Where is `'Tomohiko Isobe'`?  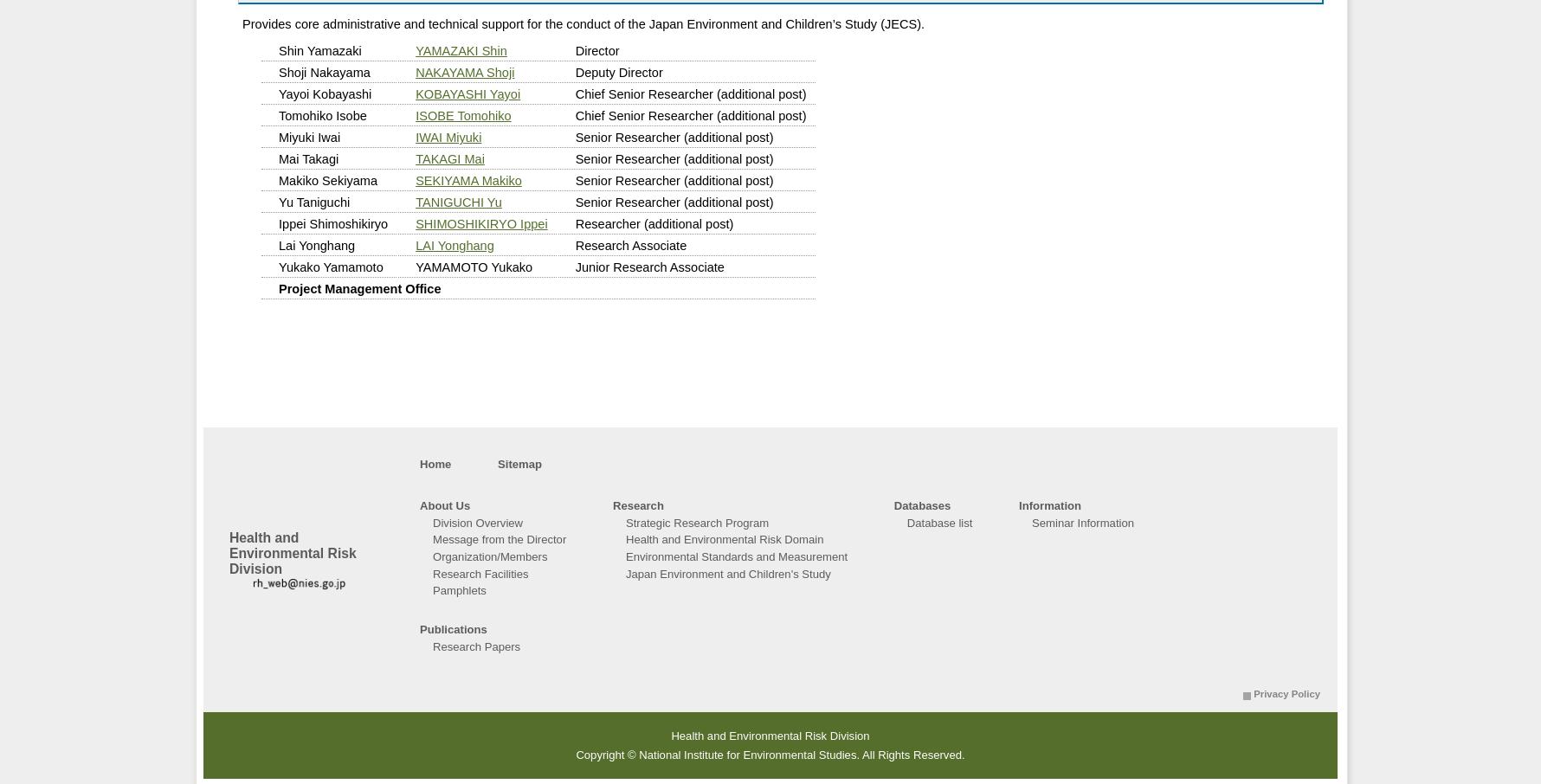
'Tomohiko Isobe' is located at coordinates (279, 114).